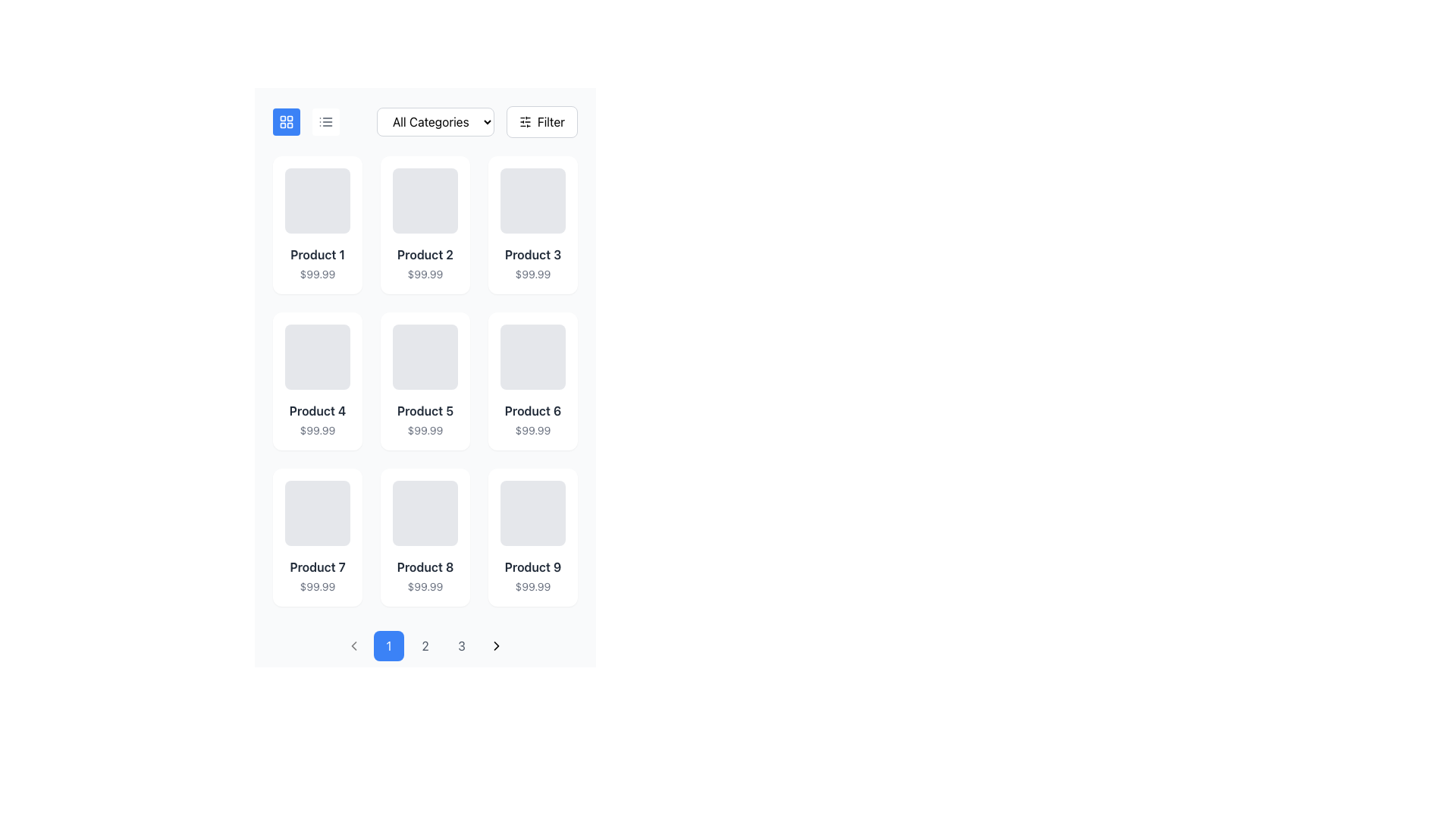 This screenshot has height=819, width=1456. What do you see at coordinates (287, 121) in the screenshot?
I see `the square icon button with a blue background and four smaller white squares arranged in a grid pattern to switch to grid layout` at bounding box center [287, 121].